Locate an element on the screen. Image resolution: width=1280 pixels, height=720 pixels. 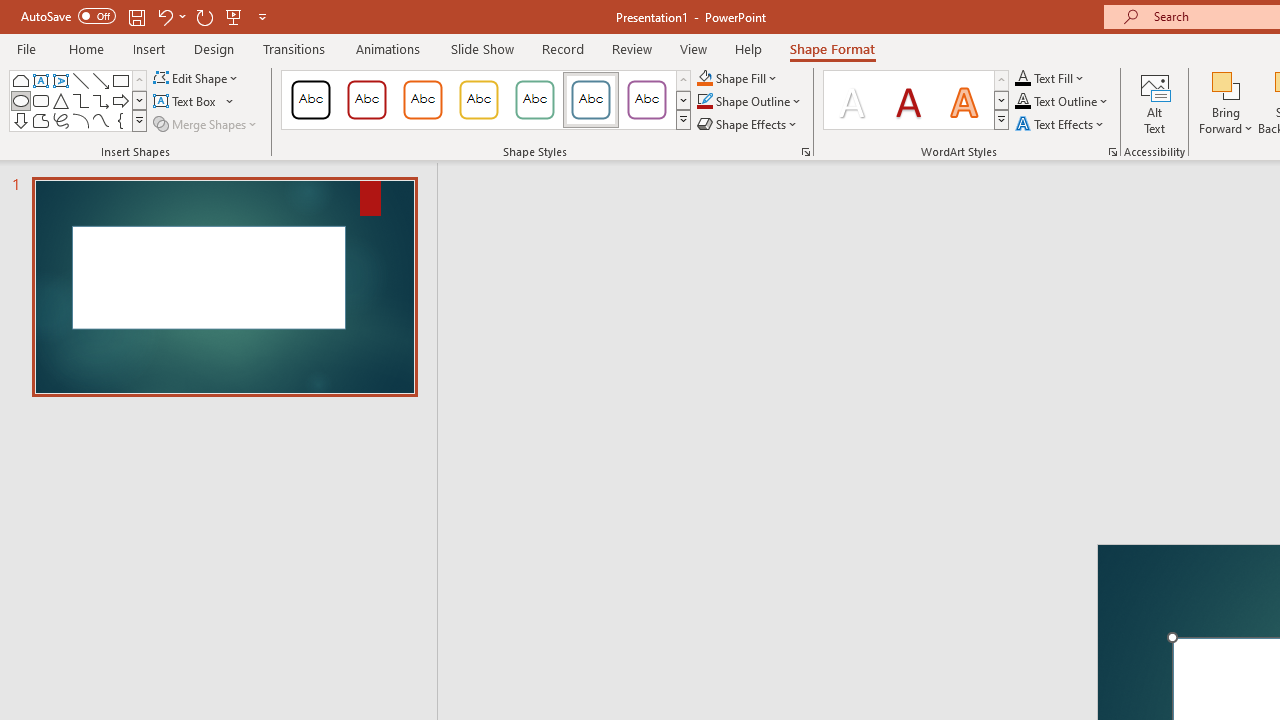
'Fill: White, Text color 1; Shadow' is located at coordinates (853, 100).